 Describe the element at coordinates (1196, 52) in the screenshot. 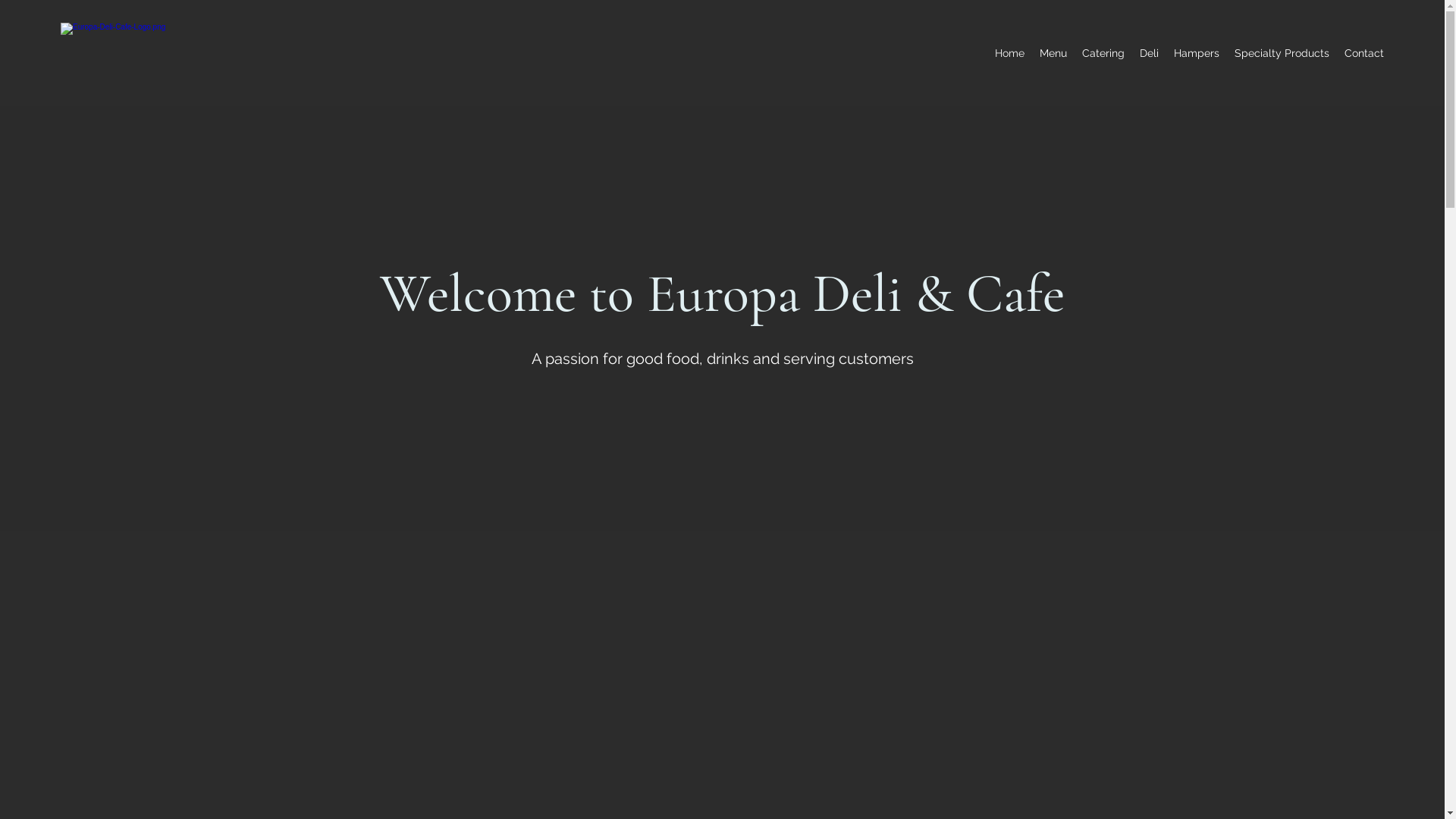

I see `'Hampers'` at that location.